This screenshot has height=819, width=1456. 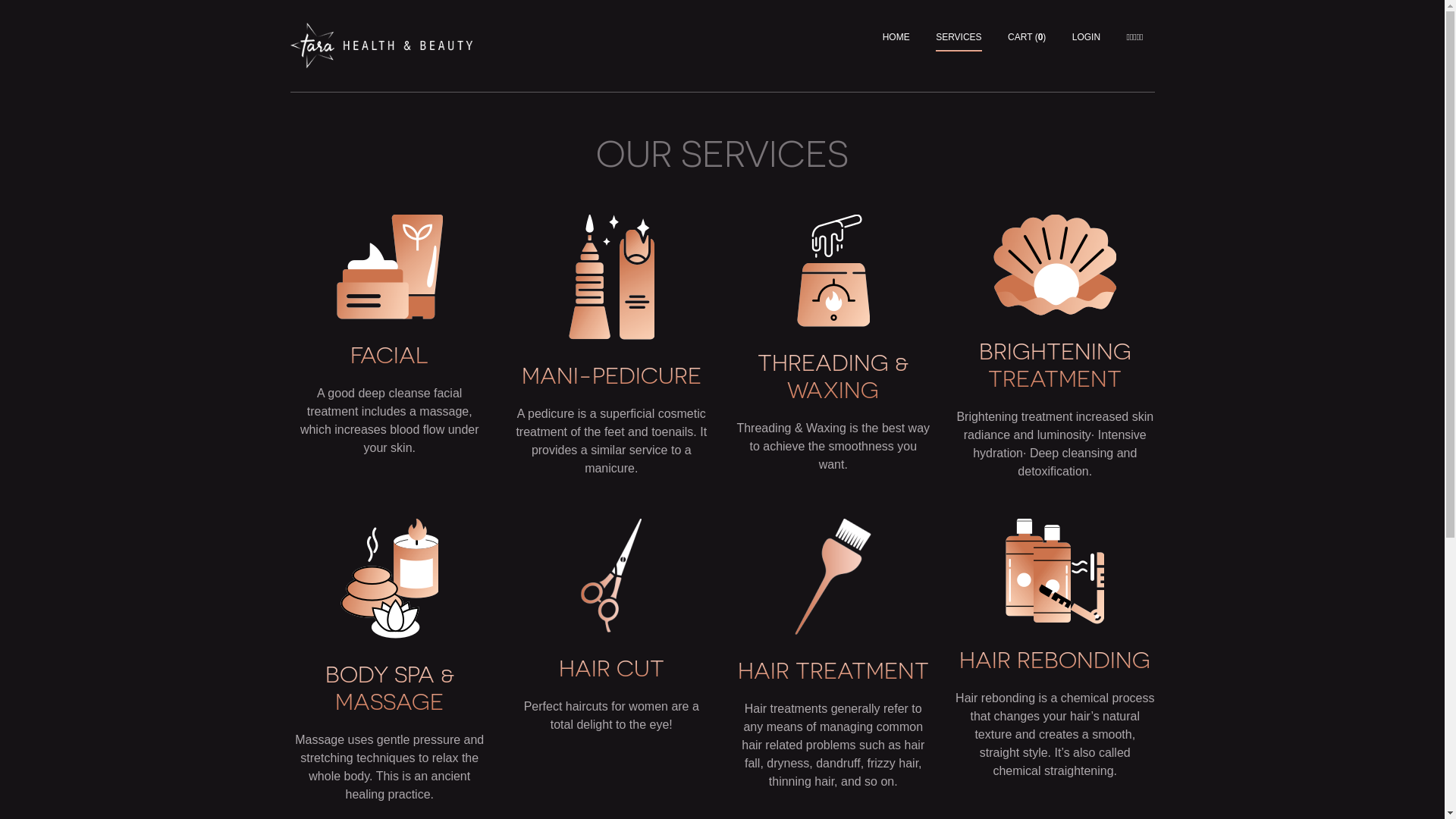 What do you see at coordinates (934, 36) in the screenshot?
I see `'SERVICES'` at bounding box center [934, 36].